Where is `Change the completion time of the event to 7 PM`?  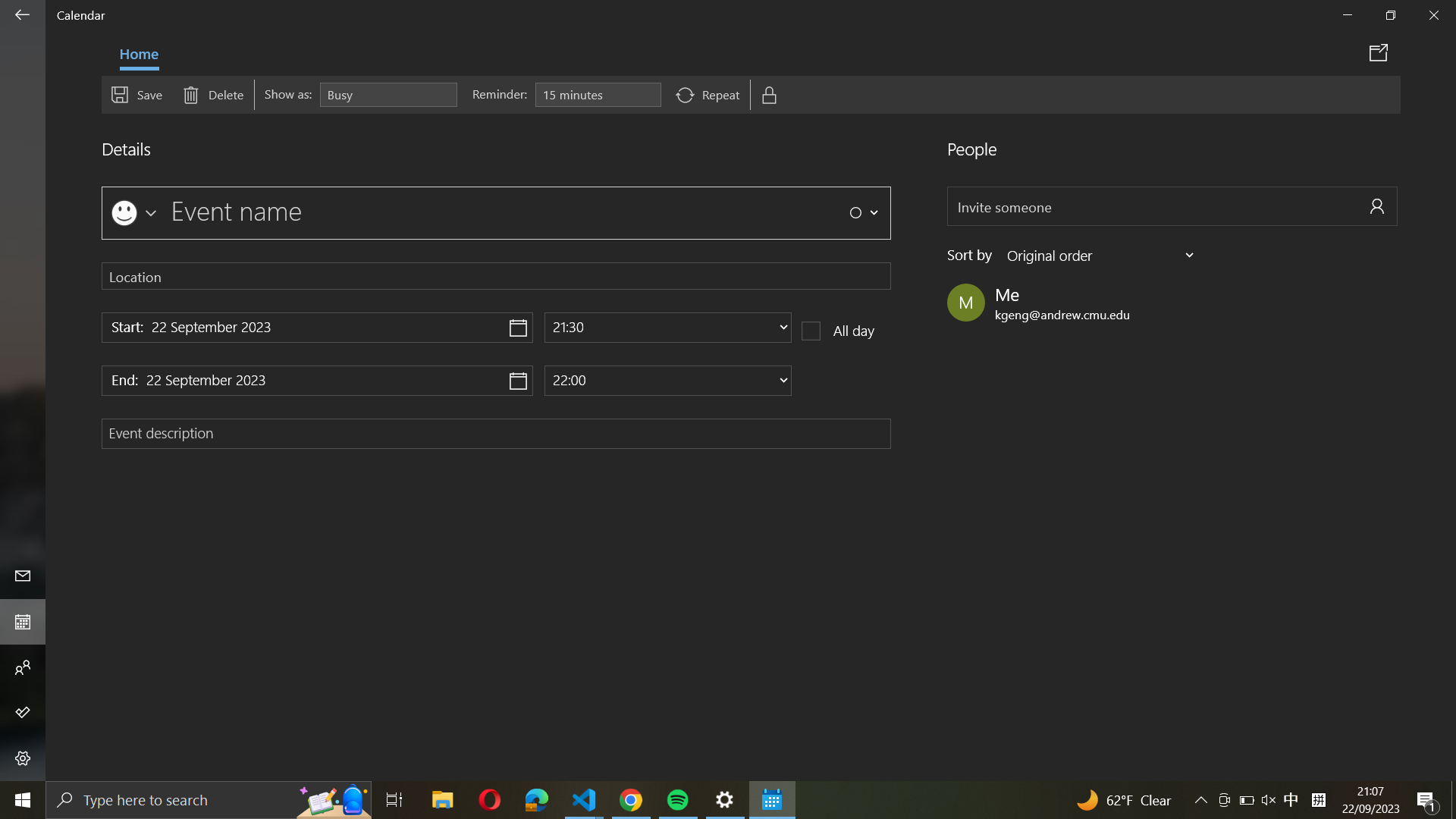 Change the completion time of the event to 7 PM is located at coordinates (667, 379).